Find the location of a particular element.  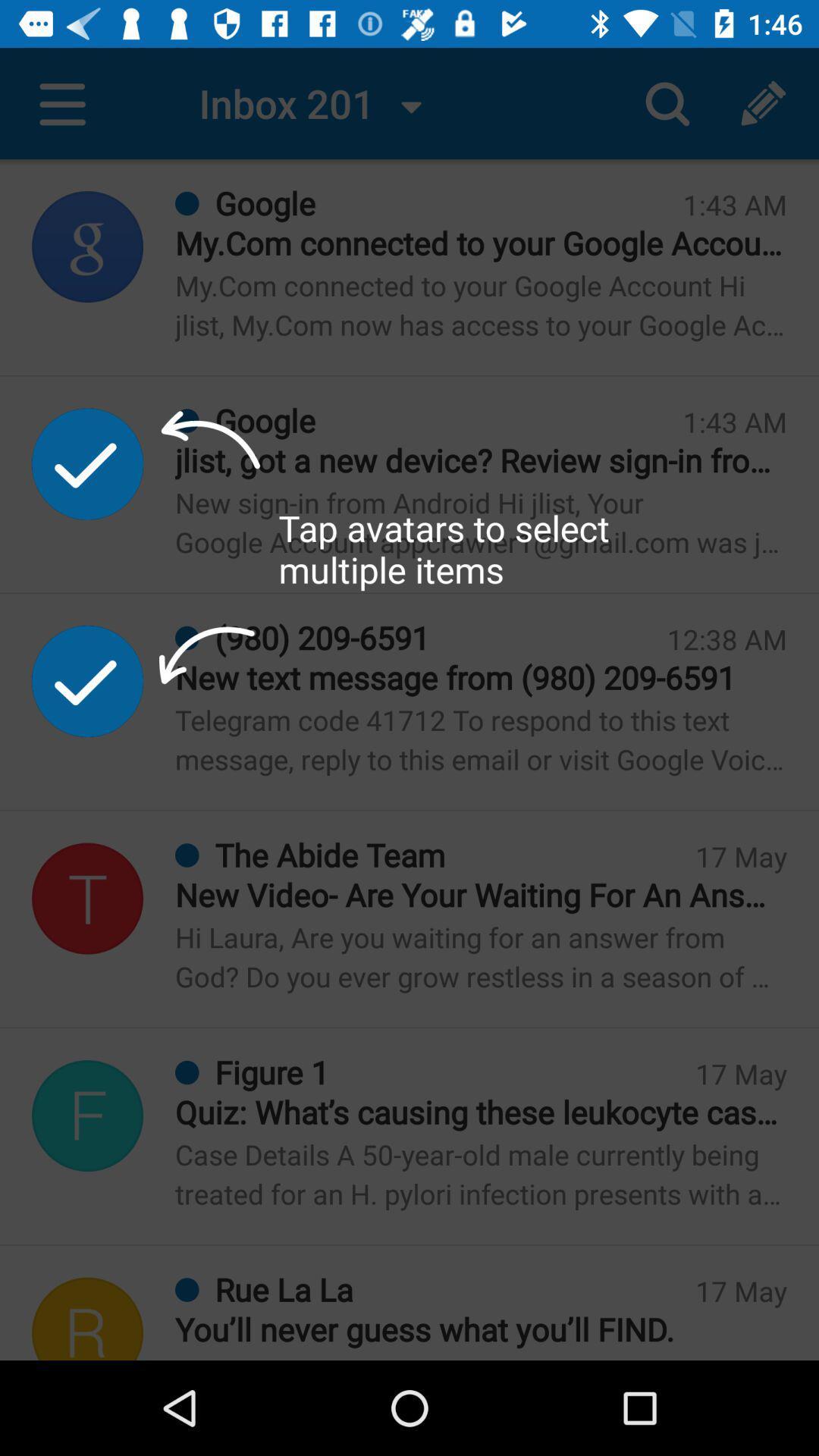

r is located at coordinates (87, 1318).